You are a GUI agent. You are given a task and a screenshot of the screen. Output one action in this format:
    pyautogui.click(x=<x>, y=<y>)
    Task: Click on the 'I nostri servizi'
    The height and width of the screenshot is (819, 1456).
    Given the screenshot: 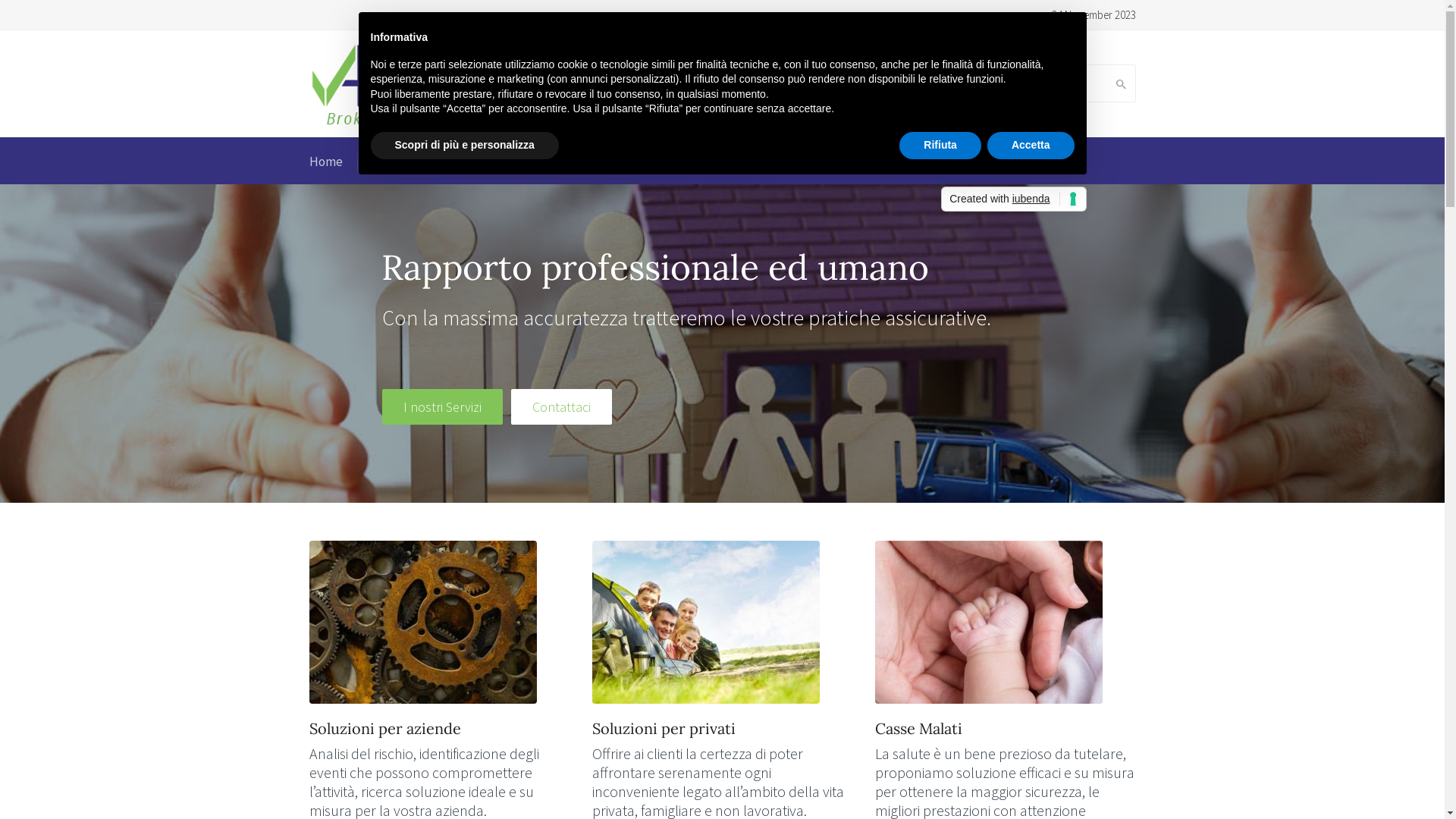 What is the action you would take?
    pyautogui.click(x=495, y=162)
    